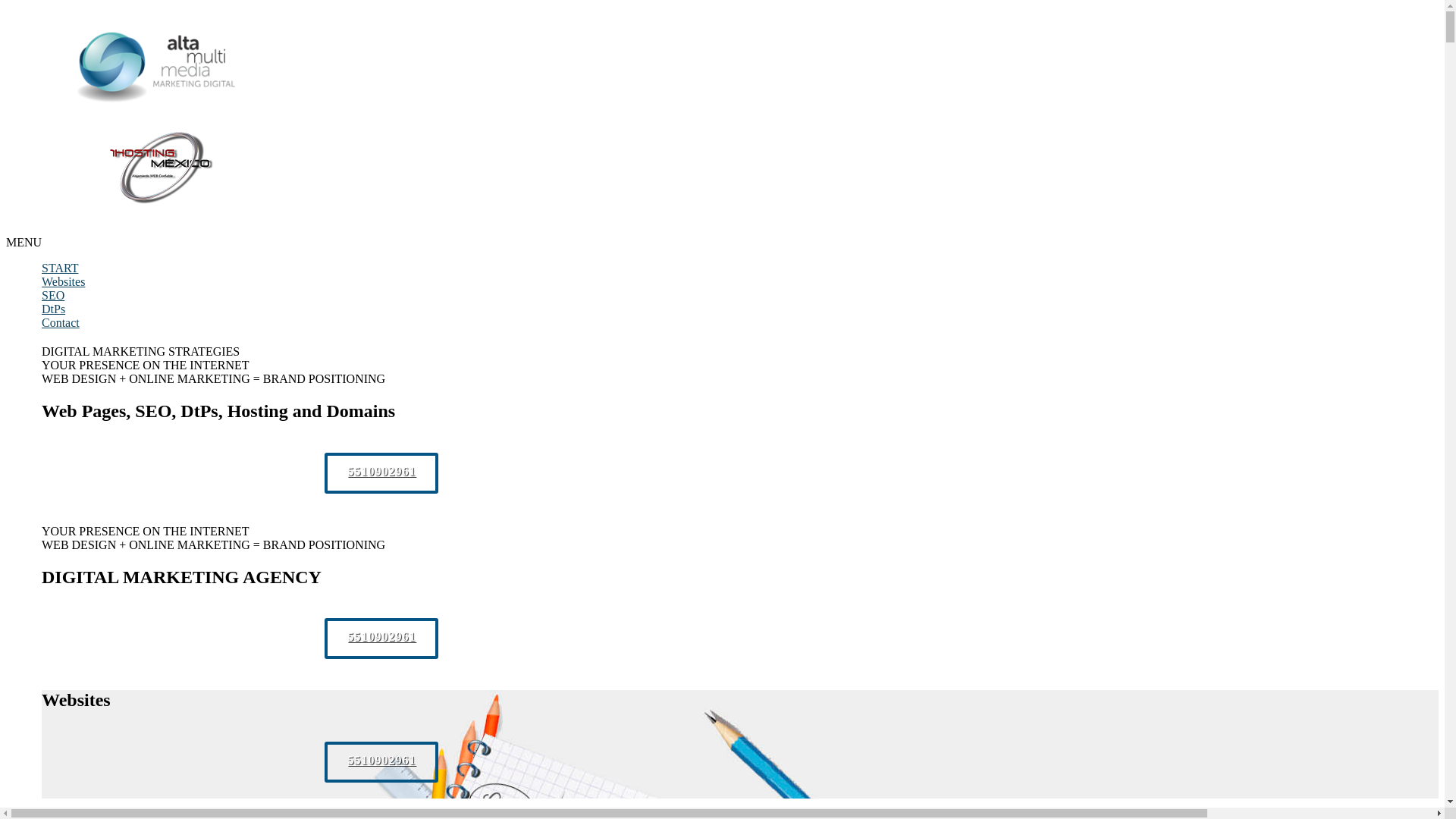 This screenshot has width=1456, height=819. Describe the element at coordinates (61, 322) in the screenshot. I see `'Contact'` at that location.